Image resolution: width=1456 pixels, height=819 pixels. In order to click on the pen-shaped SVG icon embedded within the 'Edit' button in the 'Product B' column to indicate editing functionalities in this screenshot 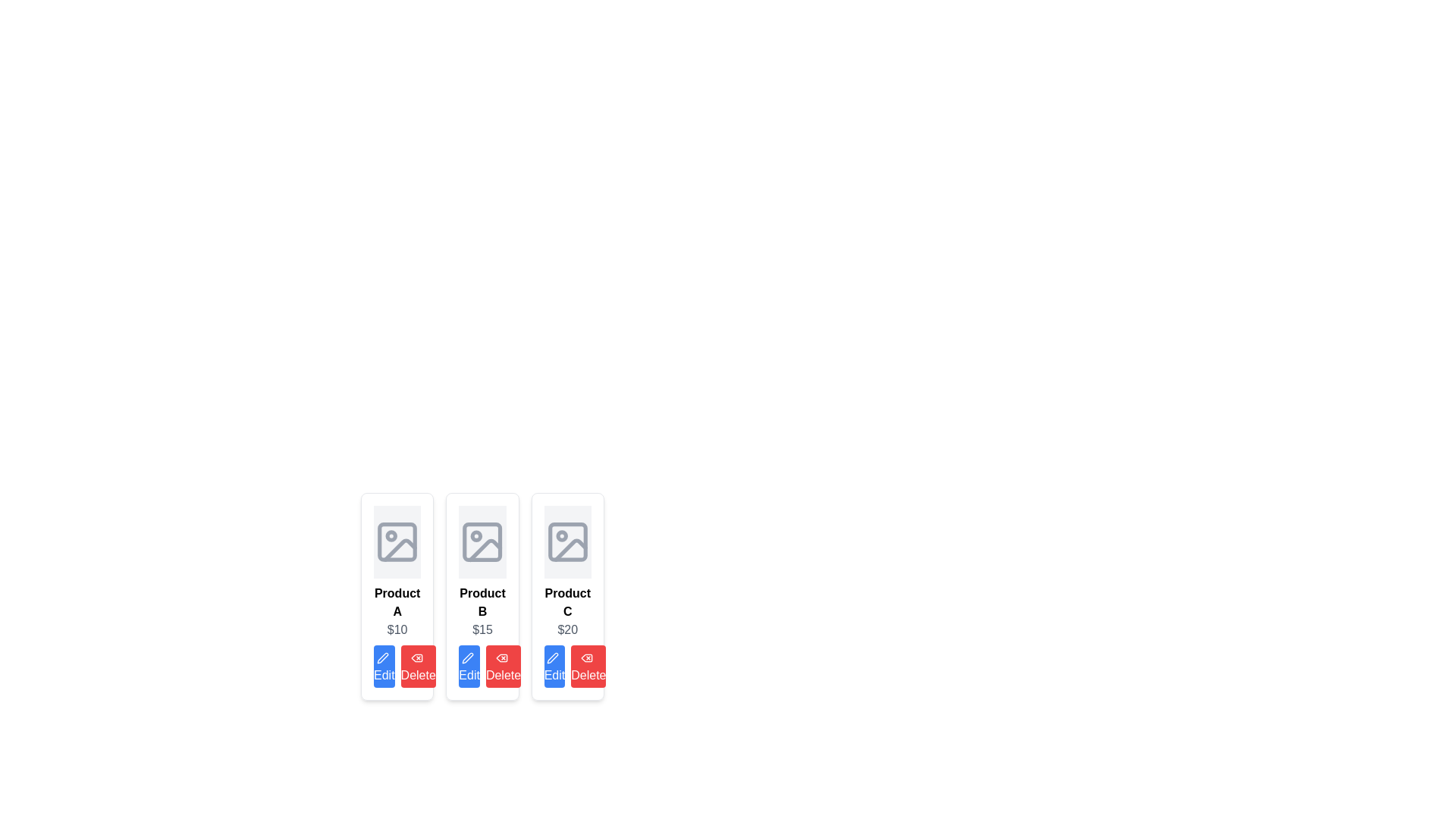, I will do `click(467, 657)`.